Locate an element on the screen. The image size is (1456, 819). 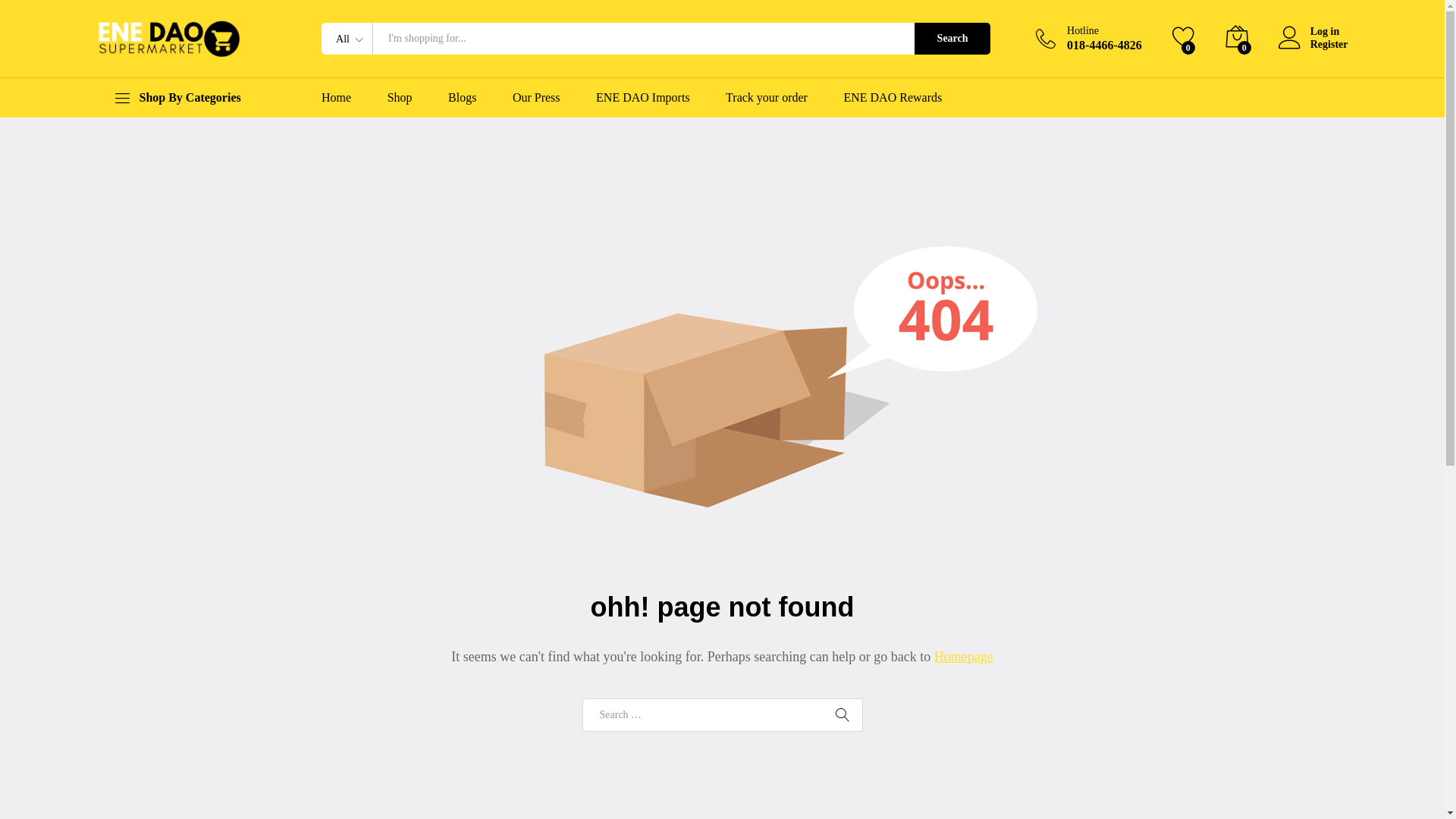
'Log in' is located at coordinates (1313, 32).